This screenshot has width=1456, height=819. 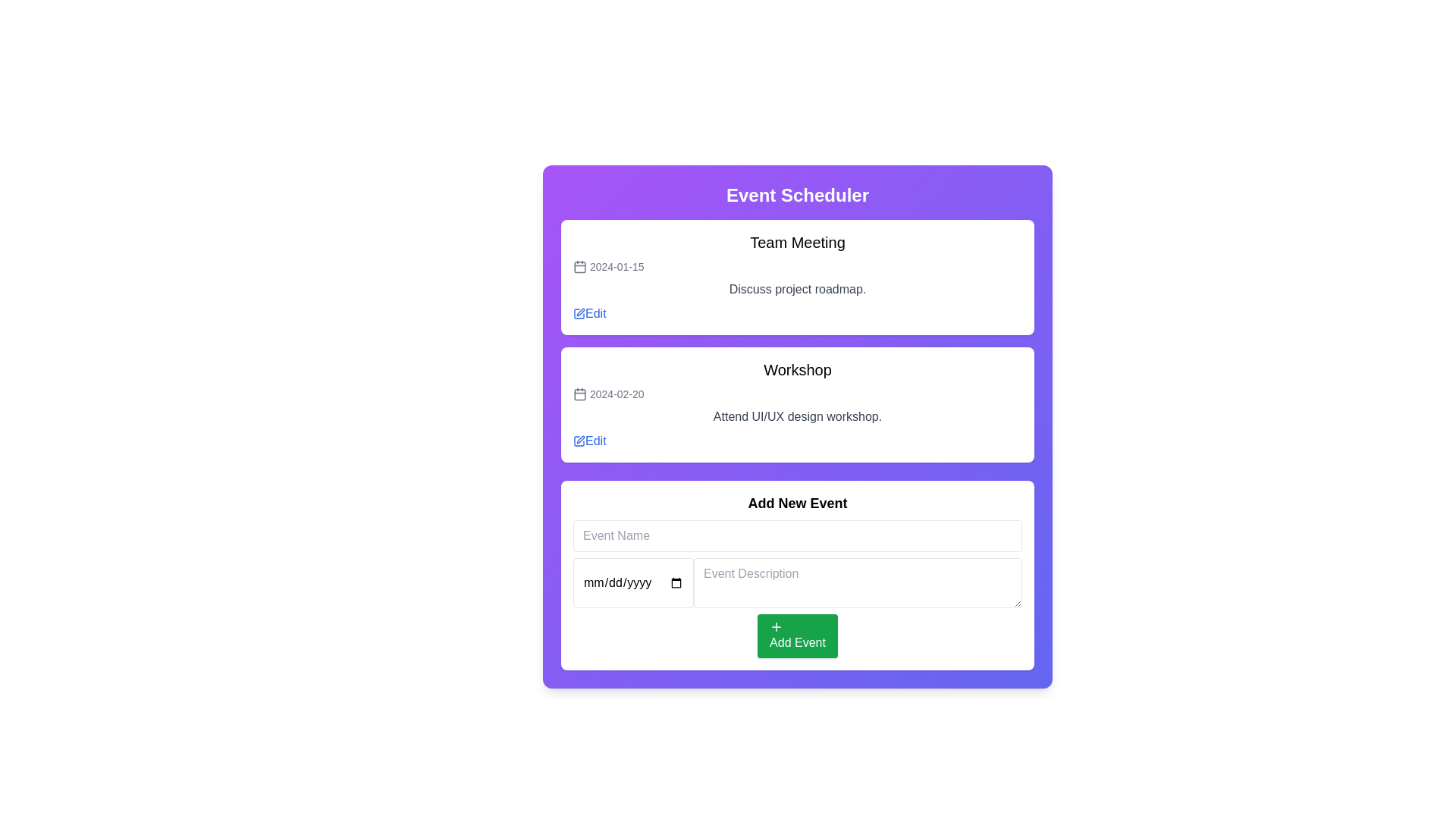 What do you see at coordinates (578, 312) in the screenshot?
I see `the pen icon located to the left of the 'Edit' text in the 'Team Meeting' event block under 'Event Scheduler' to trigger a tooltip or visual feedback` at bounding box center [578, 312].